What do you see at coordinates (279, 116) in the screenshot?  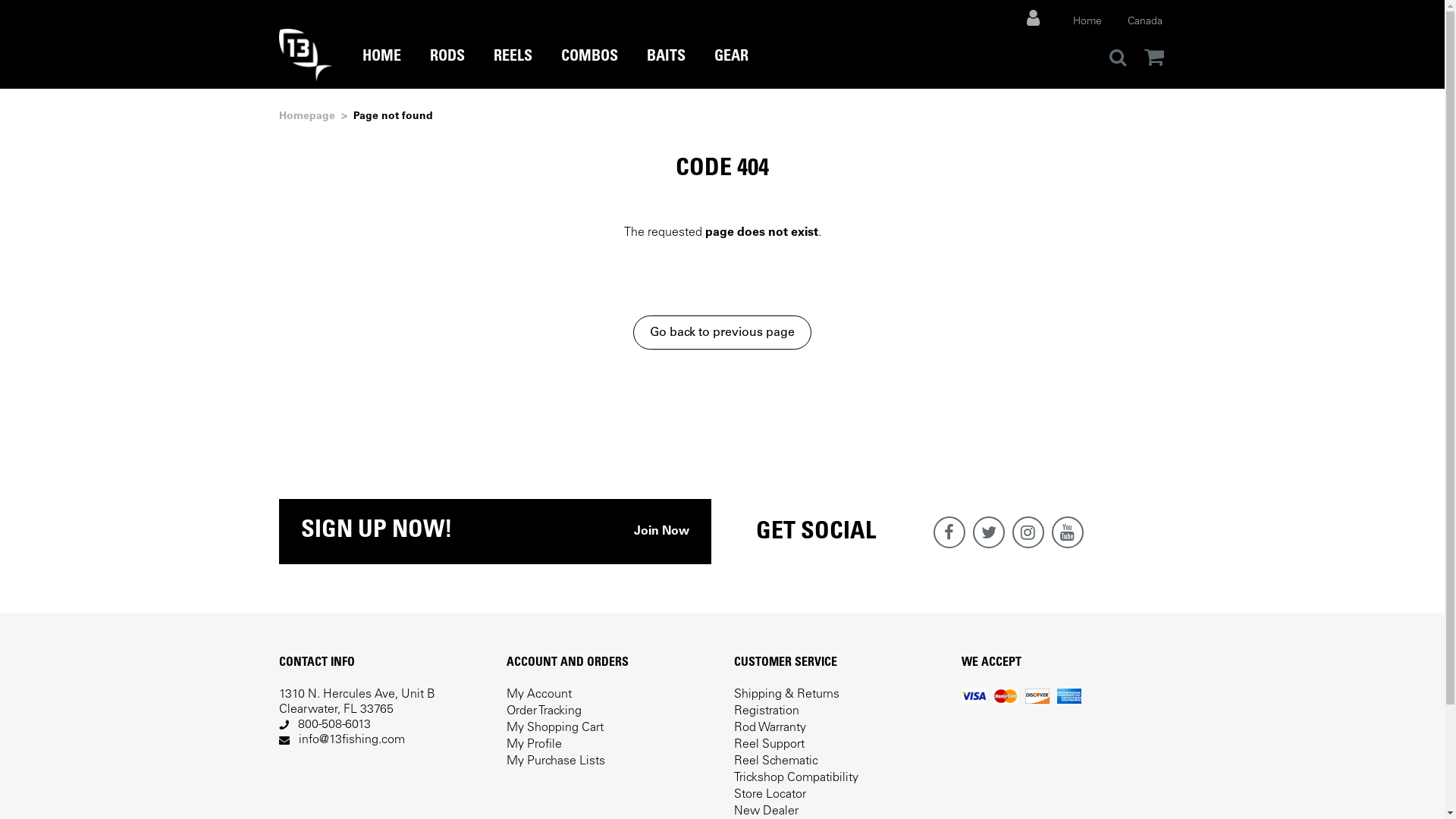 I see `'Homepage'` at bounding box center [279, 116].